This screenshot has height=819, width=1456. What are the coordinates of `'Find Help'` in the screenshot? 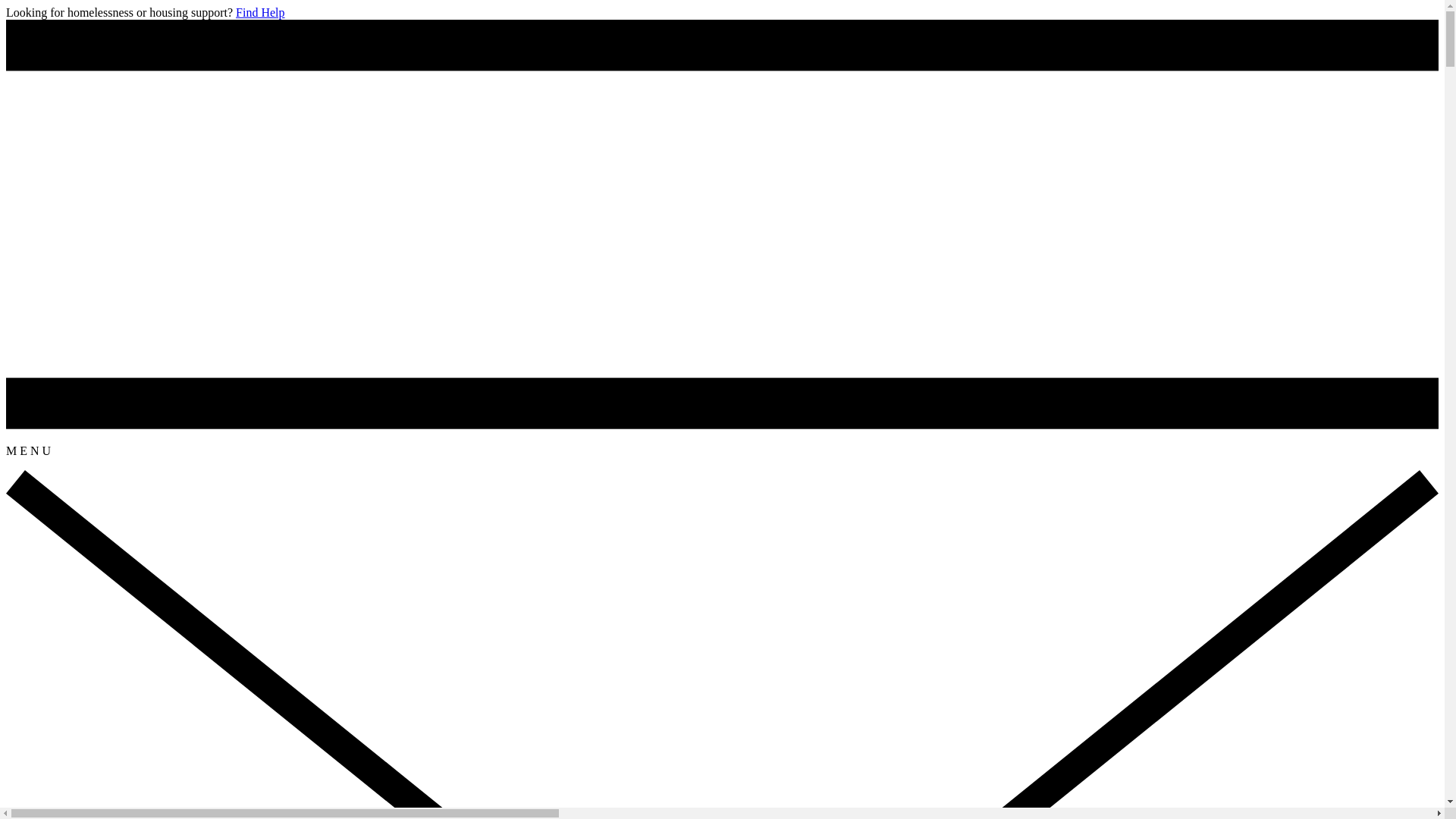 It's located at (235, 12).